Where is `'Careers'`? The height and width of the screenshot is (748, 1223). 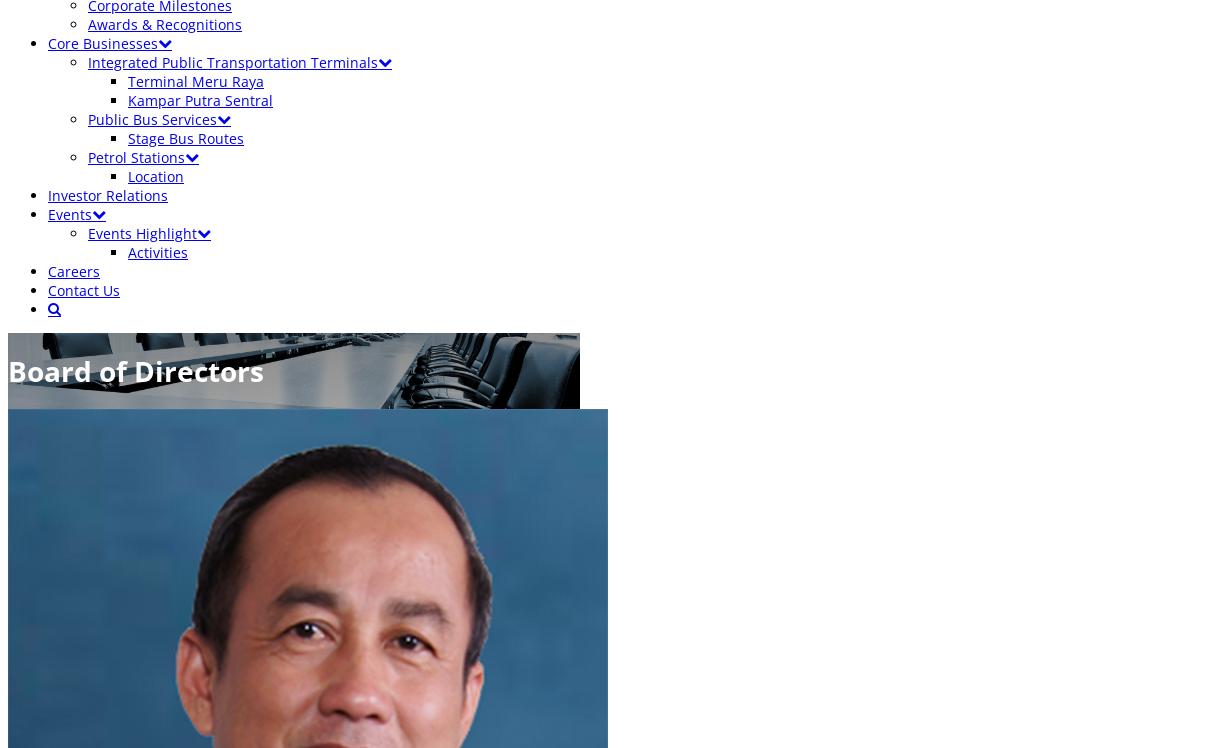 'Careers' is located at coordinates (72, 270).